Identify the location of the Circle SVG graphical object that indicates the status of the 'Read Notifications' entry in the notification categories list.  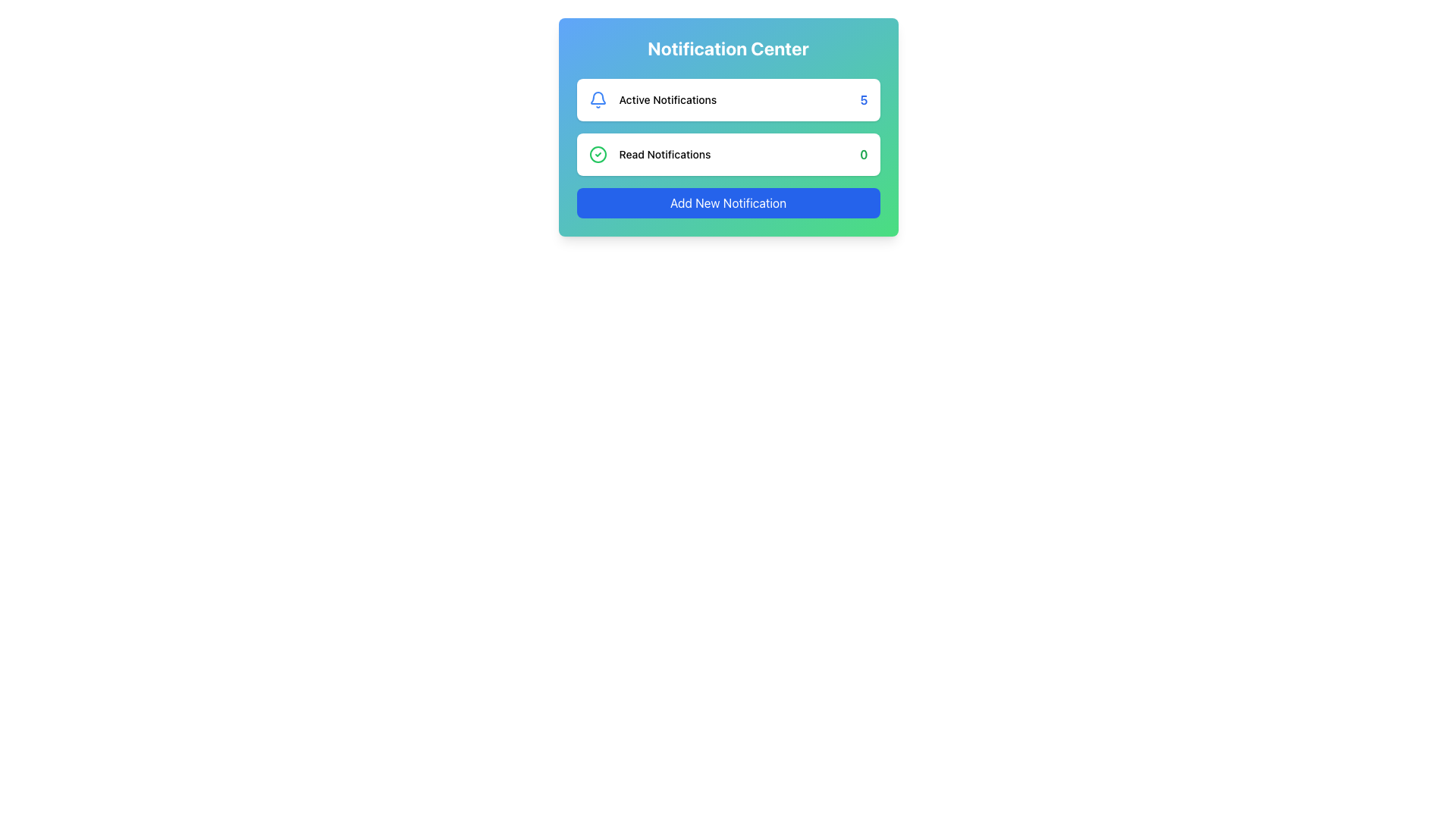
(597, 155).